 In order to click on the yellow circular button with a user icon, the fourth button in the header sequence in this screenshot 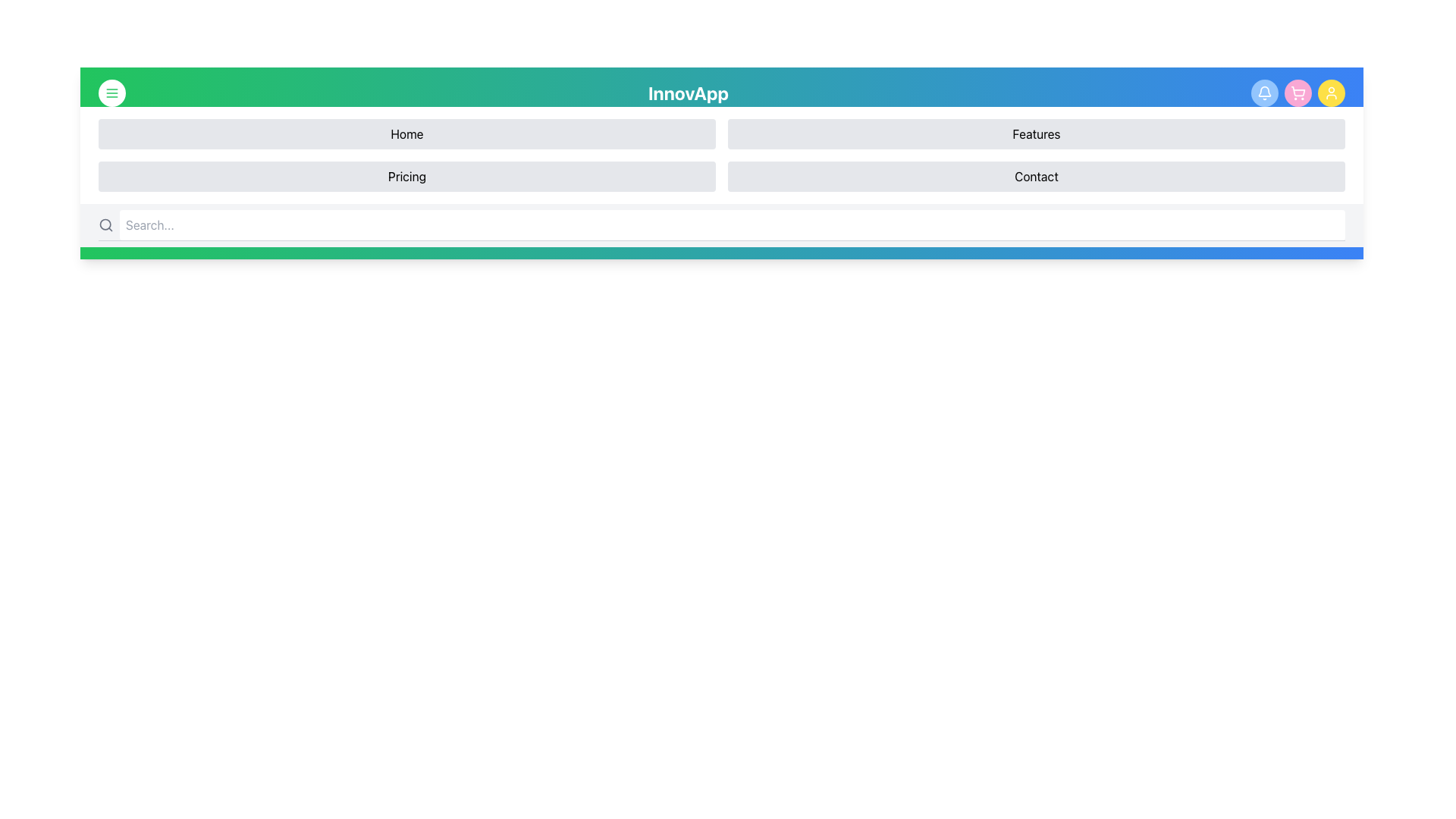, I will do `click(1331, 93)`.